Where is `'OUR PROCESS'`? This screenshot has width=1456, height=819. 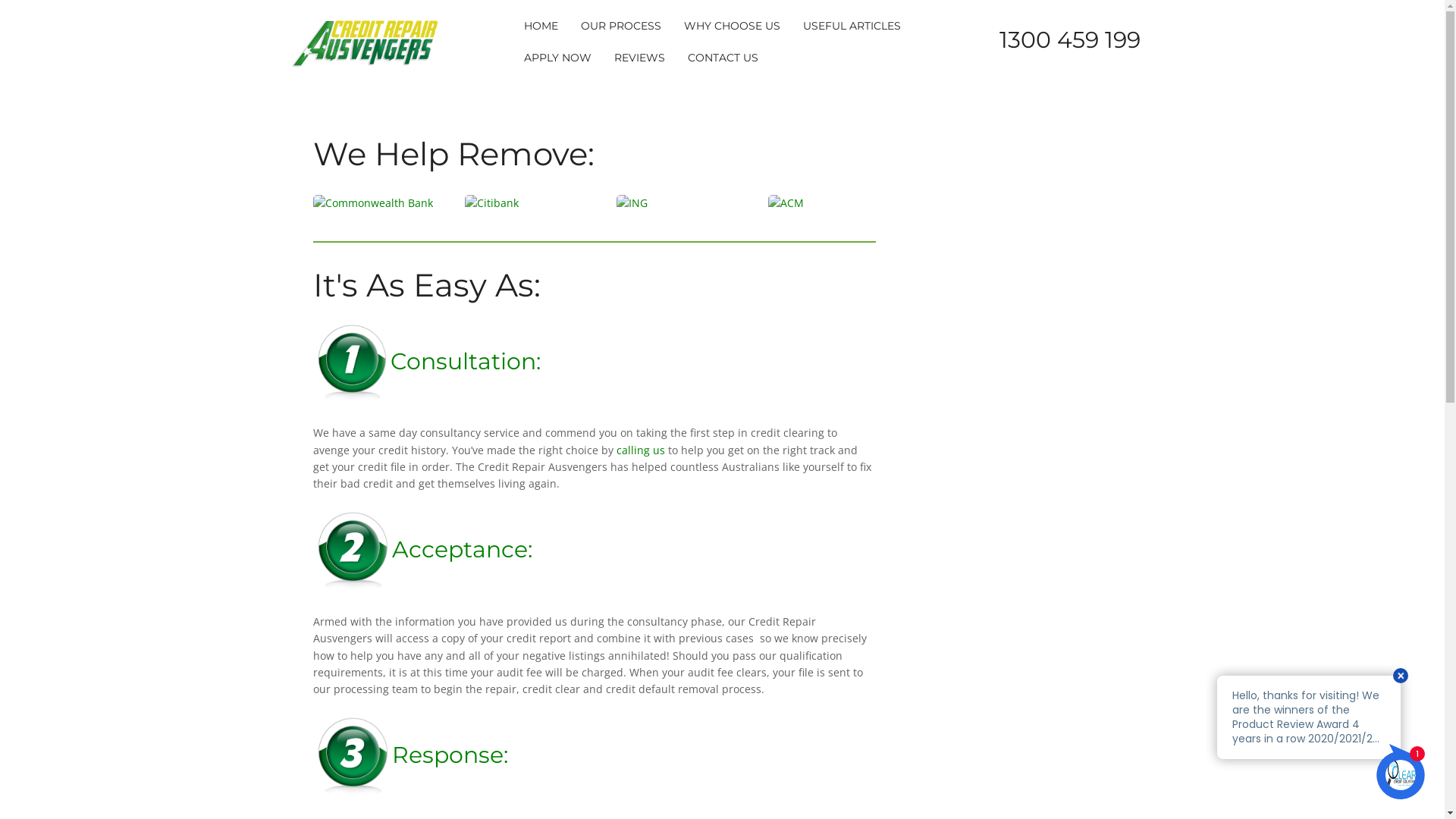
'OUR PROCESS' is located at coordinates (621, 26).